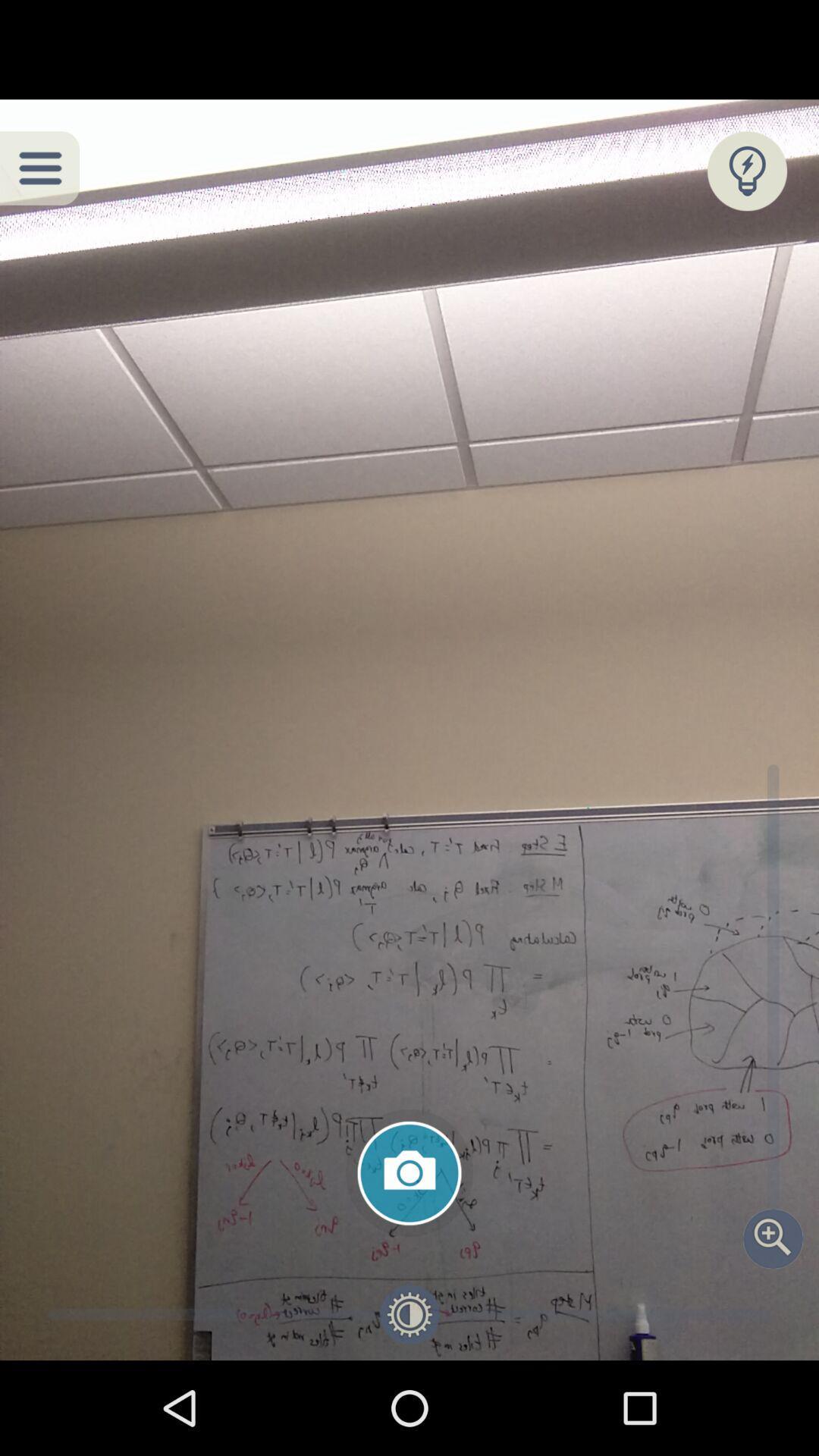 The height and width of the screenshot is (1456, 819). I want to click on flash, so click(746, 171).